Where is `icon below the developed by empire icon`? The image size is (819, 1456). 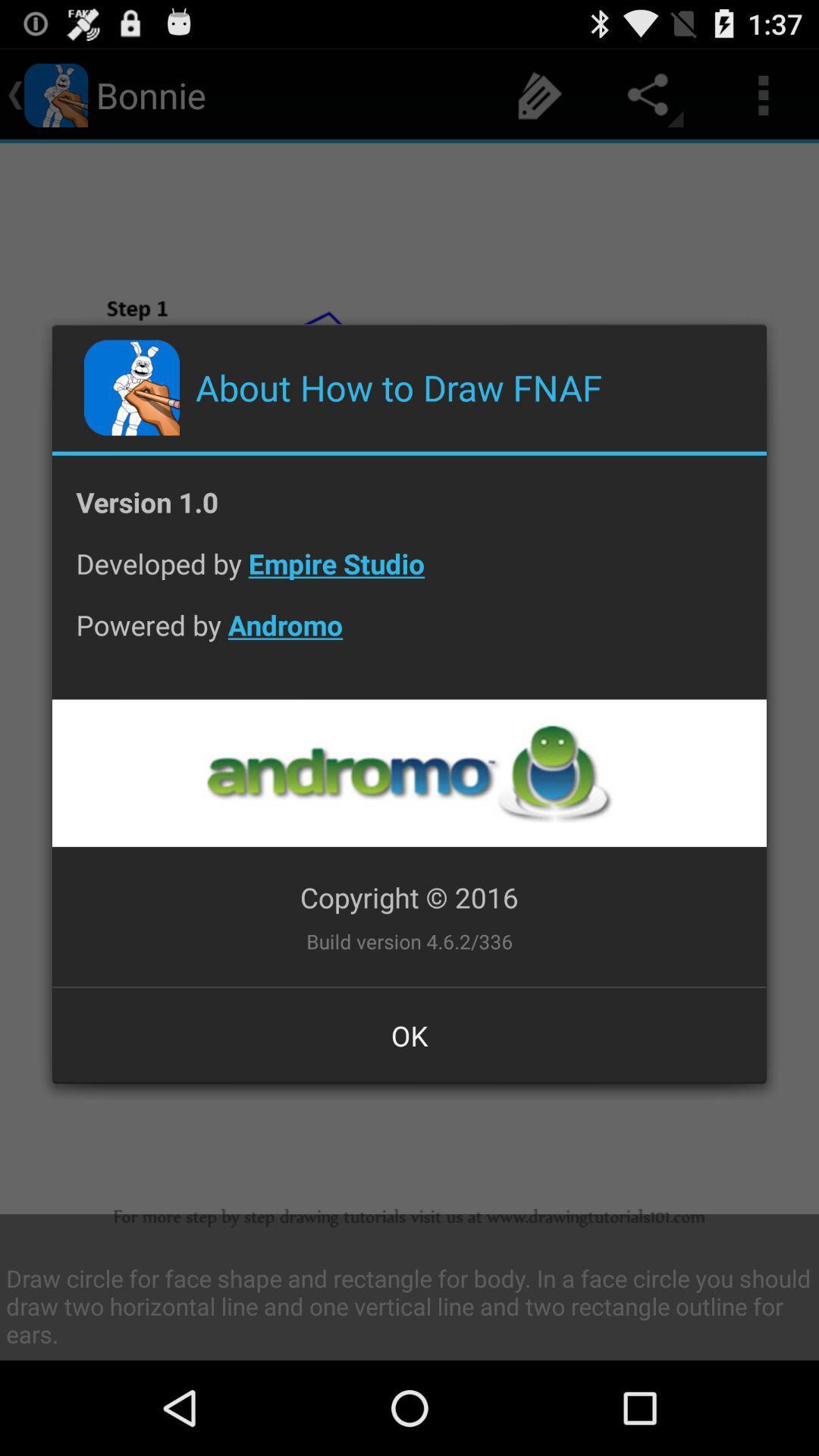 icon below the developed by empire icon is located at coordinates (409, 637).